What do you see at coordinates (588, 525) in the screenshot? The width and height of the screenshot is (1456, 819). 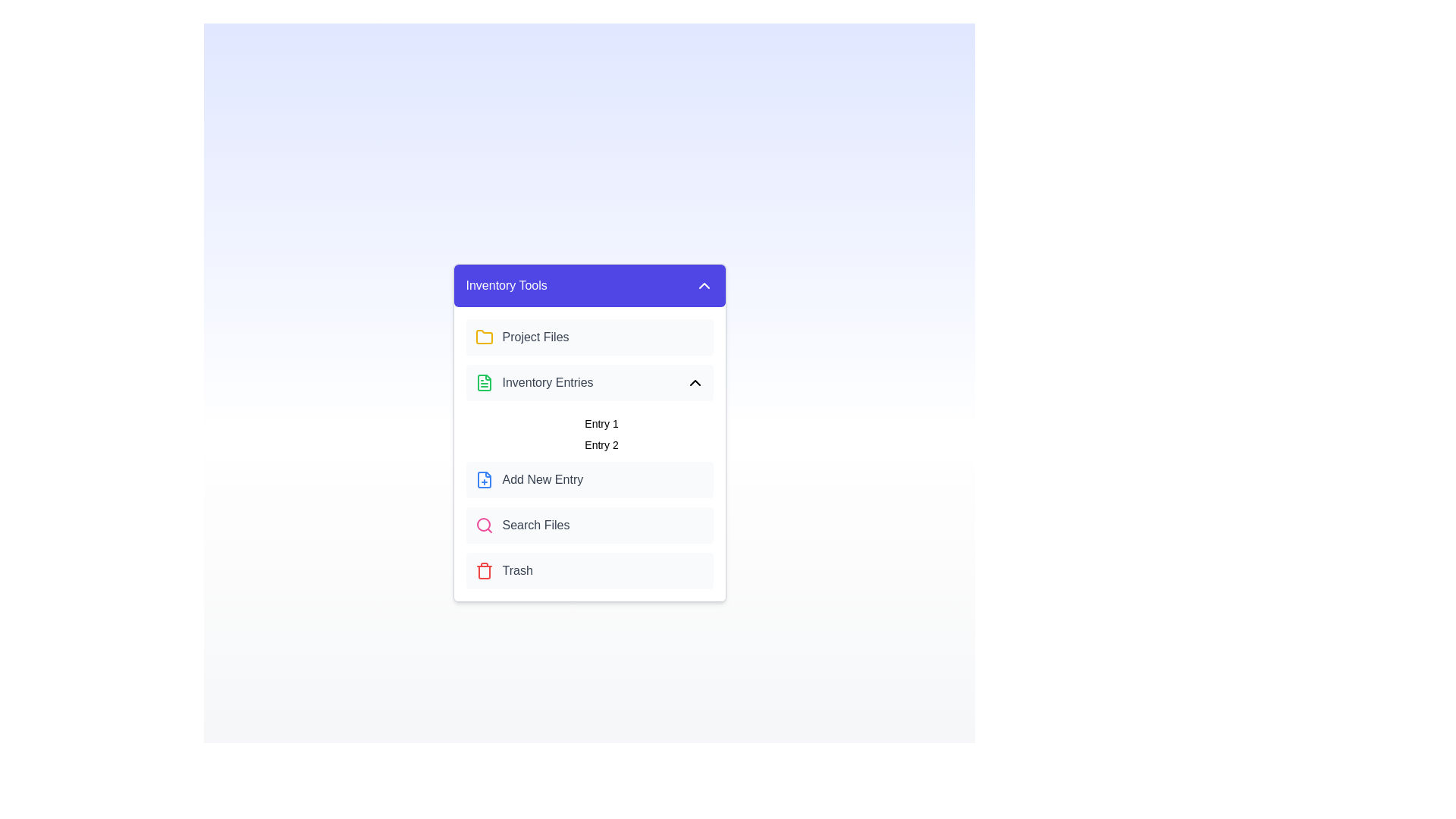 I see `the button for initiating a file search operation within the inventory tools interface, located between 'Add New Entry' and 'Trash'` at bounding box center [588, 525].